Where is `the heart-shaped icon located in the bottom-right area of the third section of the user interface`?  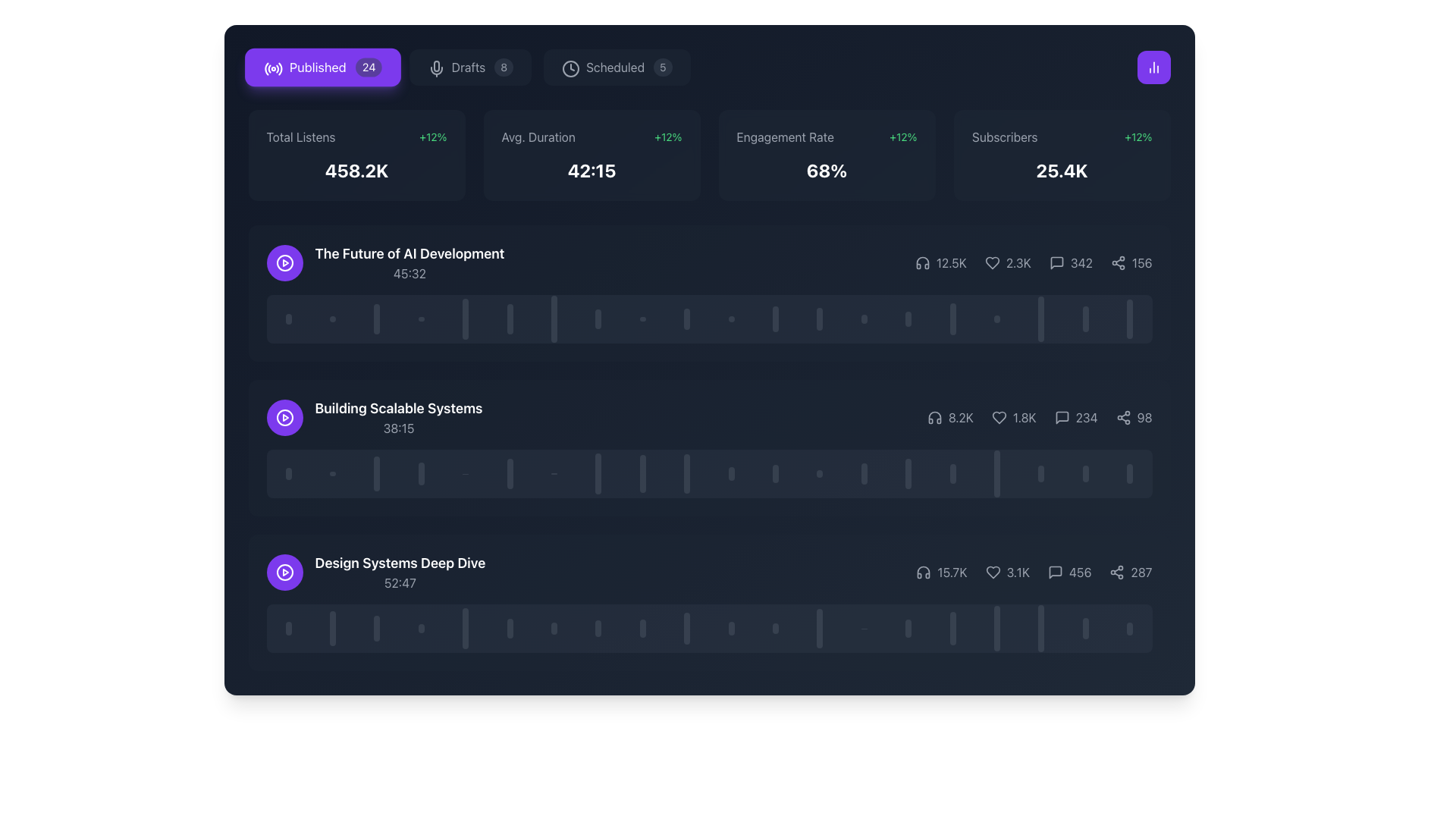
the heart-shaped icon located in the bottom-right area of the third section of the user interface is located at coordinates (993, 573).